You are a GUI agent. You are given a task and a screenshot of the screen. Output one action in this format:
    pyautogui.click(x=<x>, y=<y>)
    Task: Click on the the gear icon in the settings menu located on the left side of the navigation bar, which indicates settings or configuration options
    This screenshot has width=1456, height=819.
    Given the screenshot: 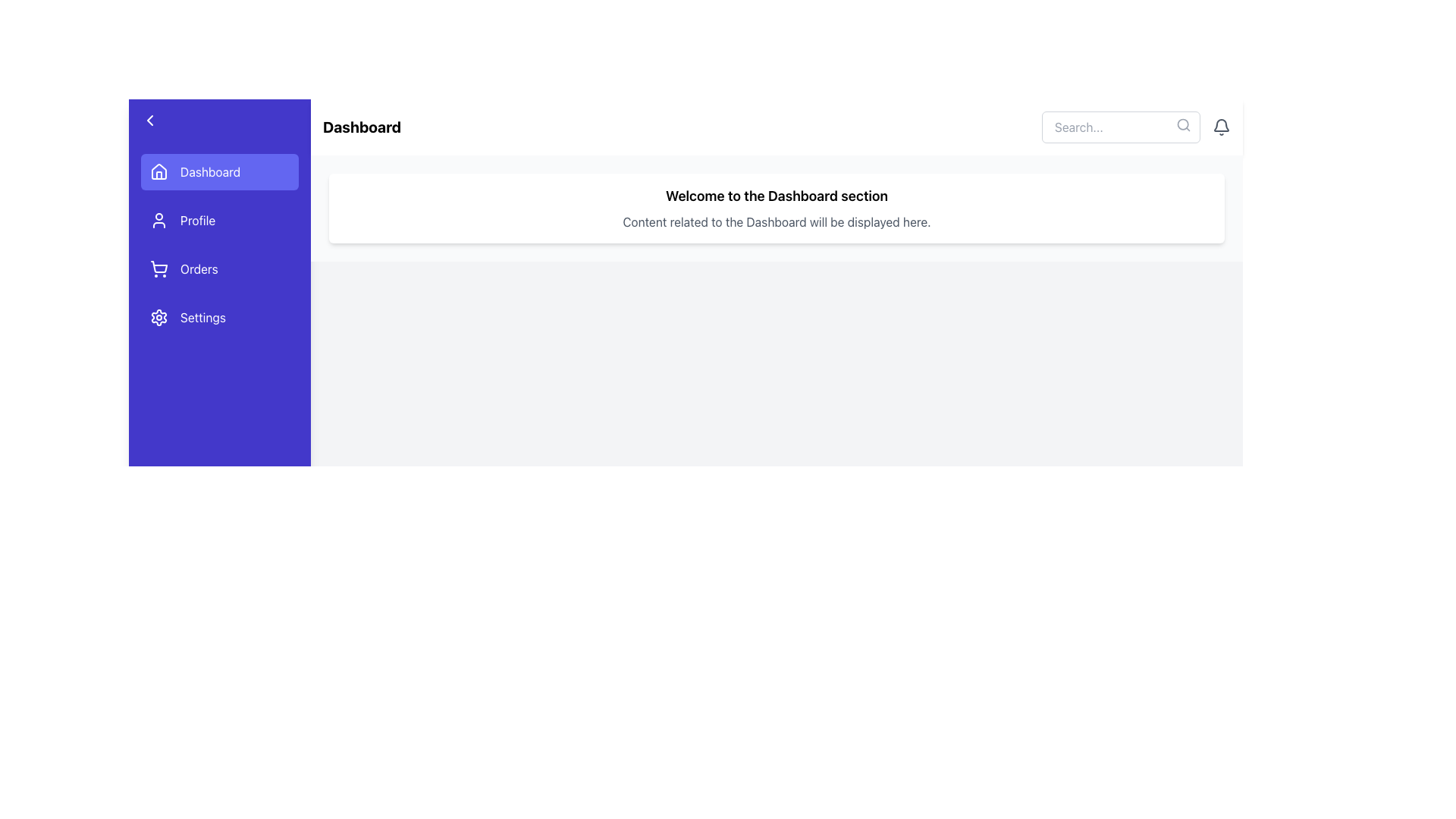 What is the action you would take?
    pyautogui.click(x=159, y=317)
    